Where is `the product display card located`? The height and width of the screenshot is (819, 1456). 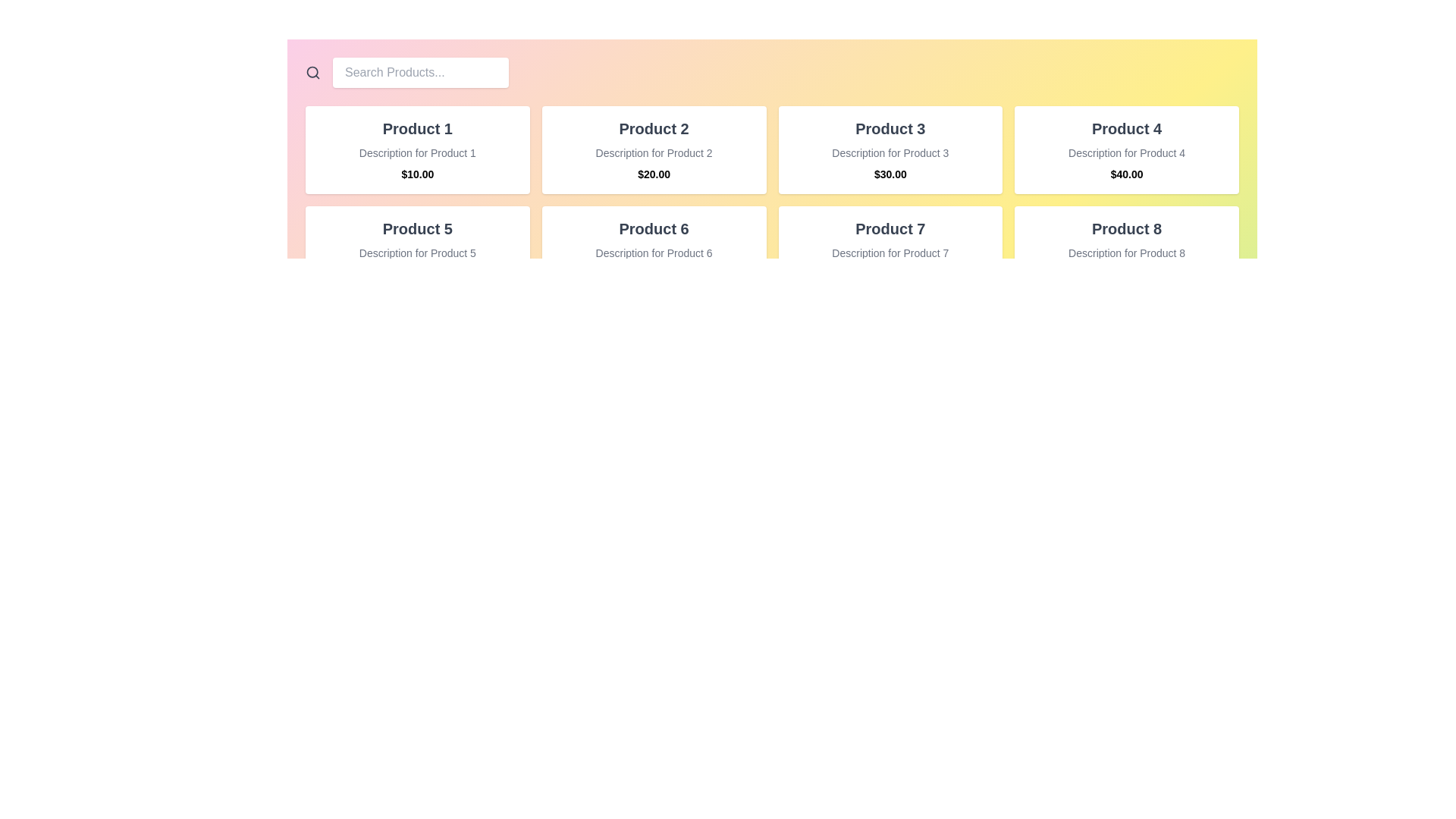
the product display card located is located at coordinates (1127, 149).